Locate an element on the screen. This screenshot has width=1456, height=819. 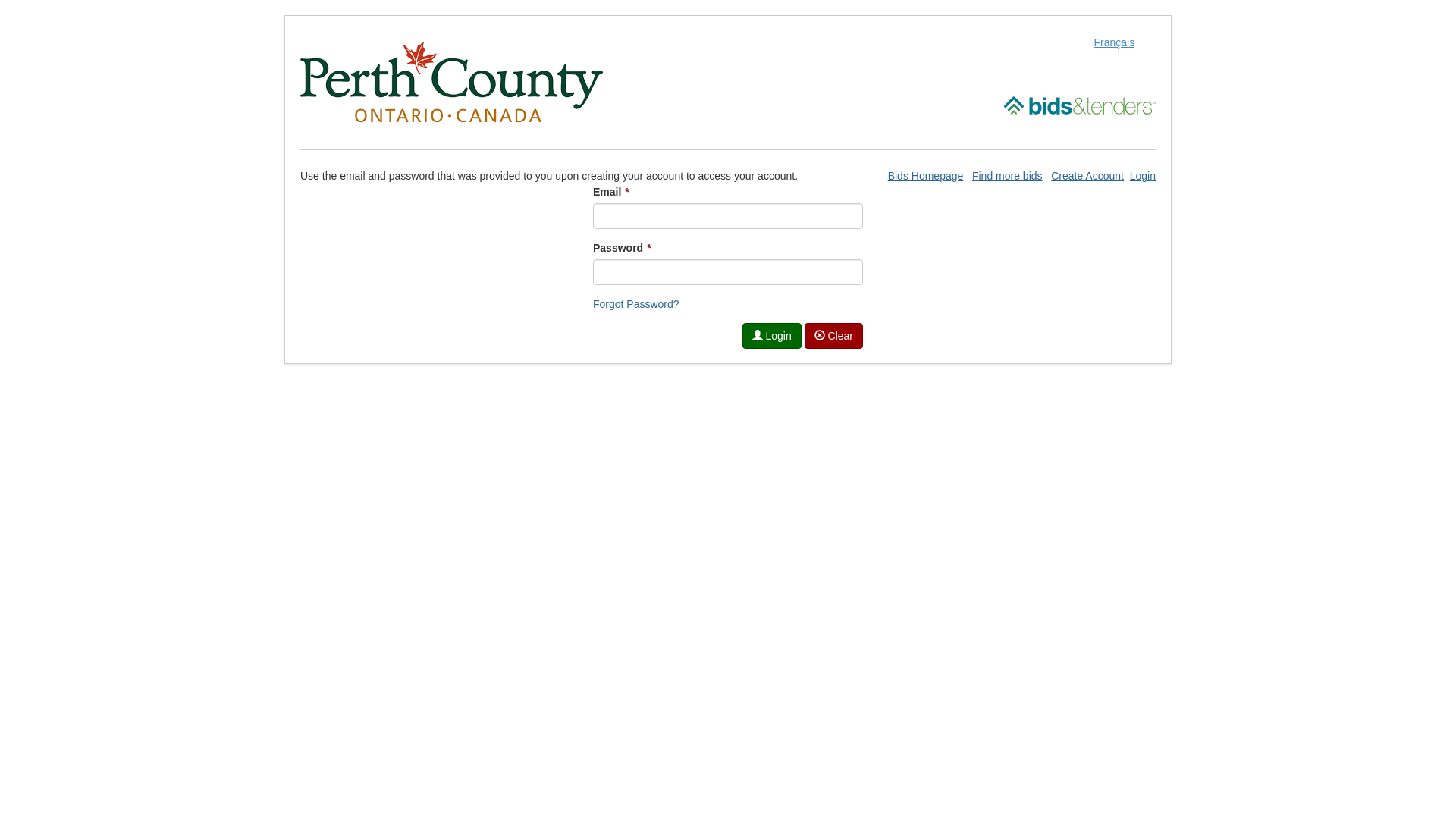
'Skip to Content (Press Enter)' is located at coordinates (0, 0).